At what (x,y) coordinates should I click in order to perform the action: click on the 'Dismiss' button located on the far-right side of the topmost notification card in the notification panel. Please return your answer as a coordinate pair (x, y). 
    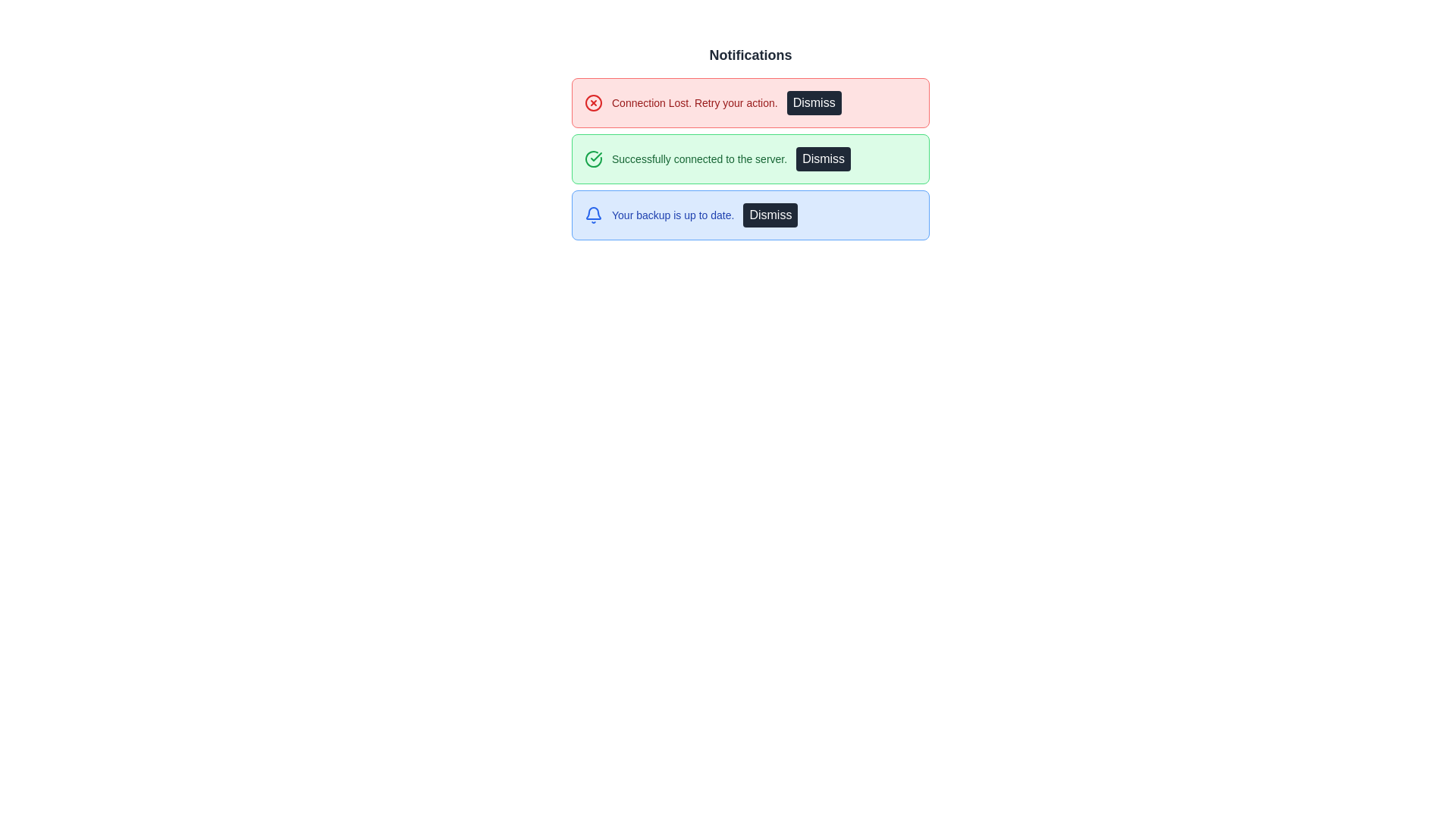
    Looking at the image, I should click on (813, 102).